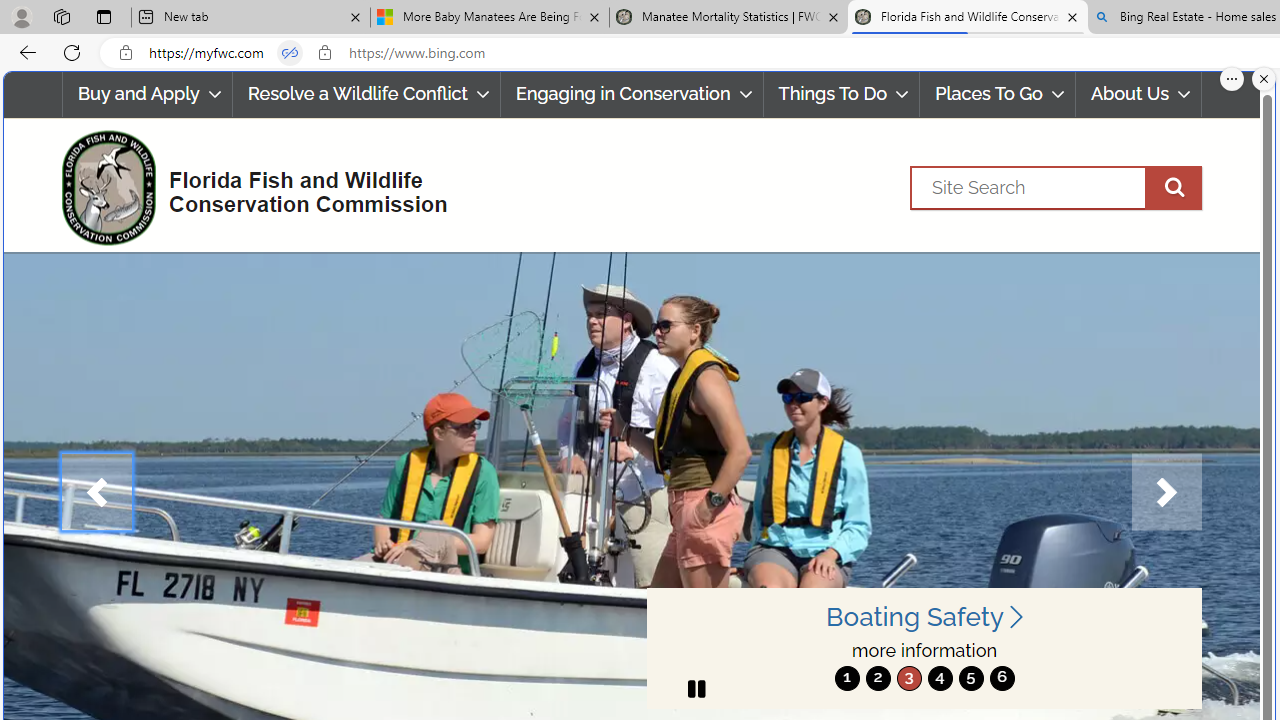 The image size is (1280, 720). I want to click on 'Places To Go', so click(997, 94).